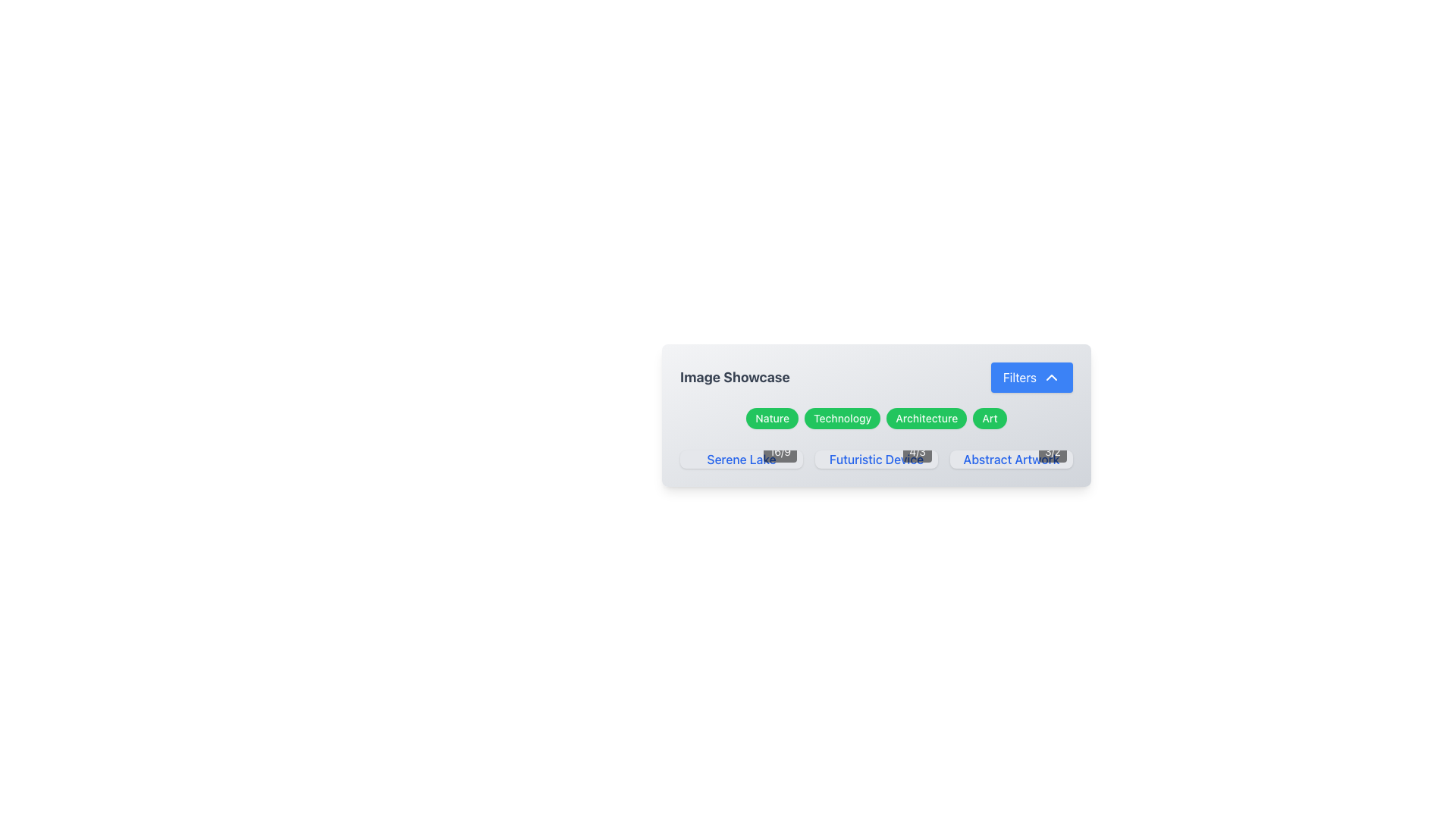  What do you see at coordinates (1012, 458) in the screenshot?
I see `the rightmost text label that identifies a selectable option, located immediately after 'Futuristic Device' in the lower part of the interface` at bounding box center [1012, 458].